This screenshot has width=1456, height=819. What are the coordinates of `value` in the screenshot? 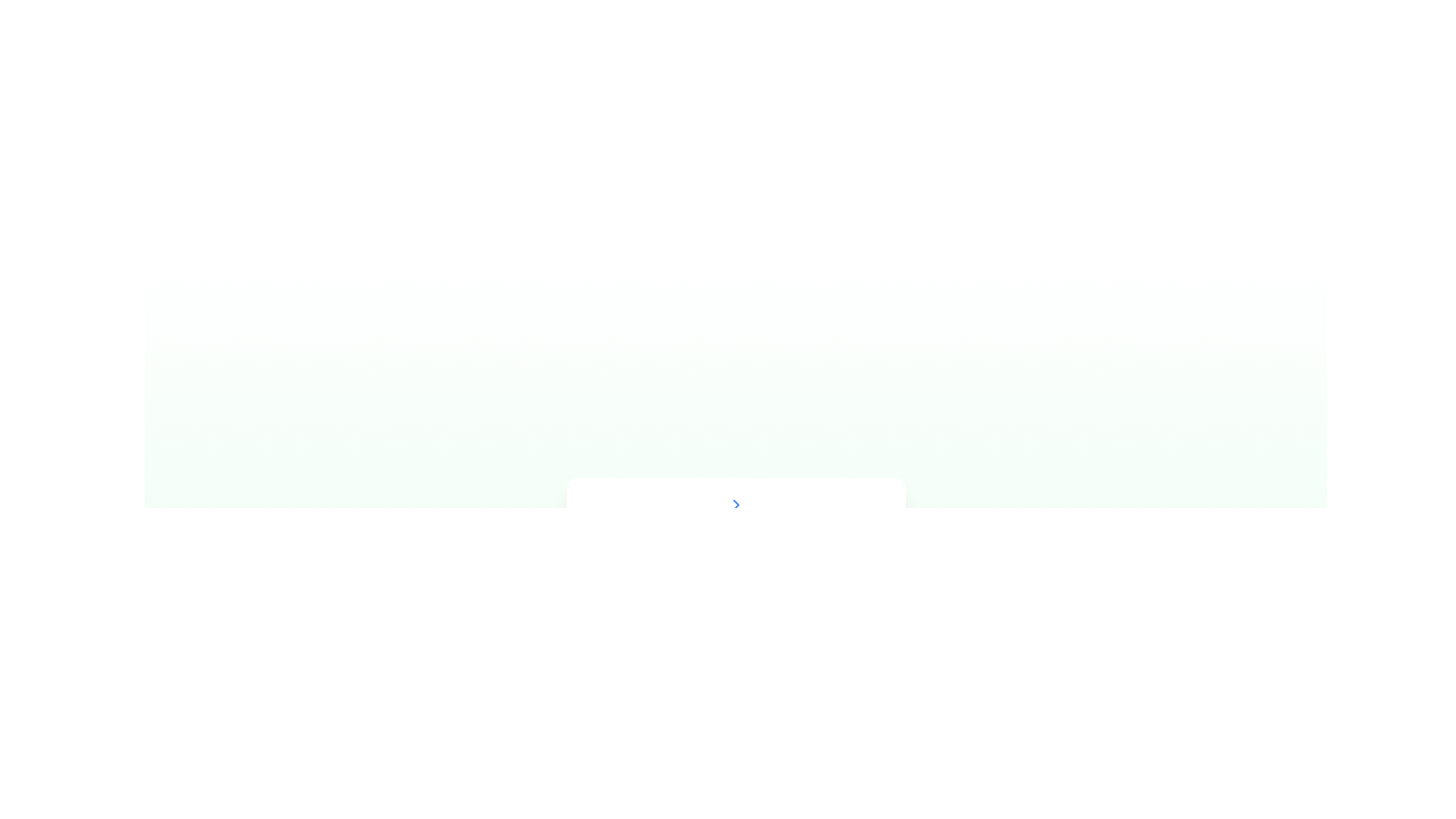 It's located at (676, 687).